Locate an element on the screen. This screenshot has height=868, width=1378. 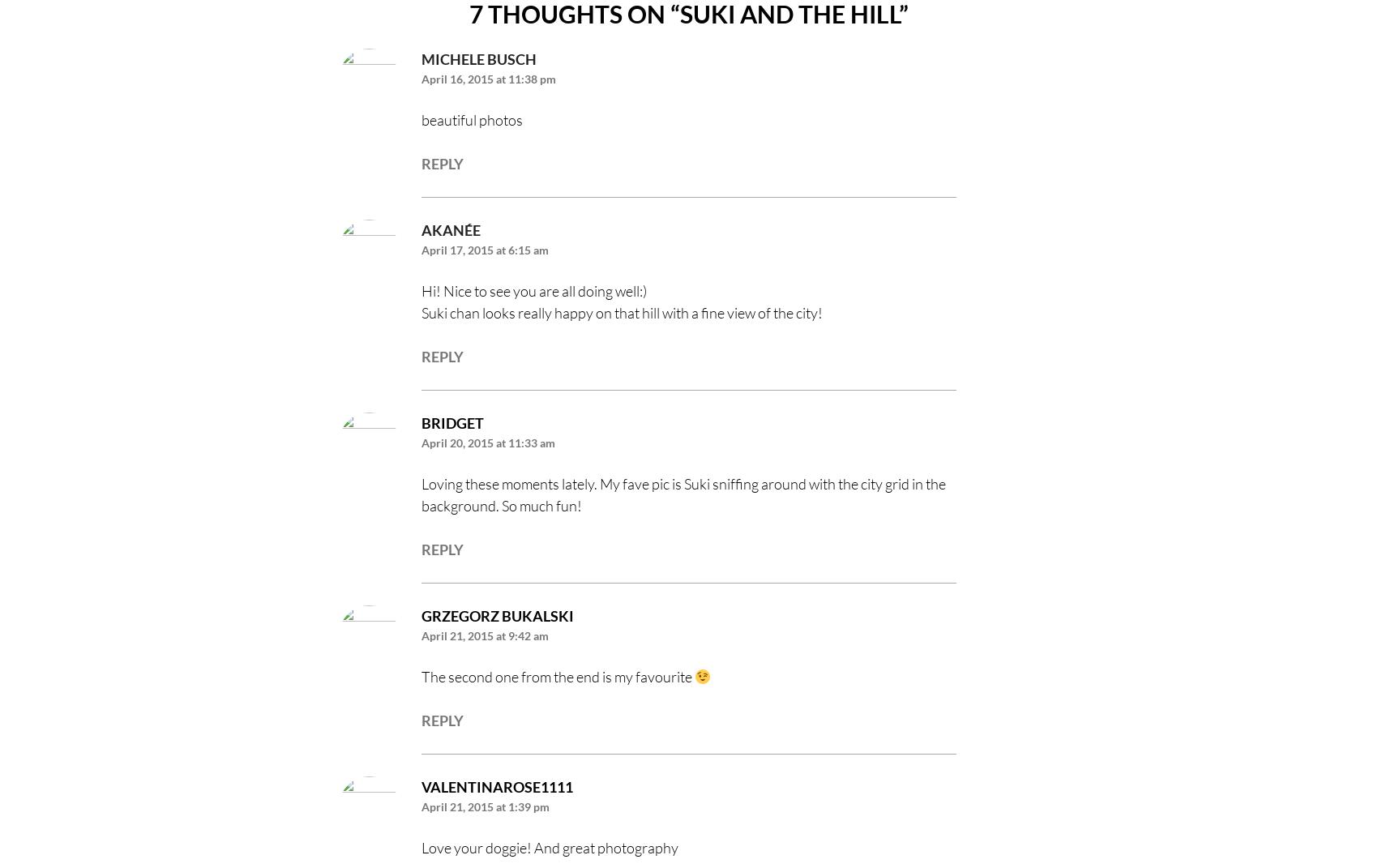
'The second one from the end is my favourite' is located at coordinates (558, 675).